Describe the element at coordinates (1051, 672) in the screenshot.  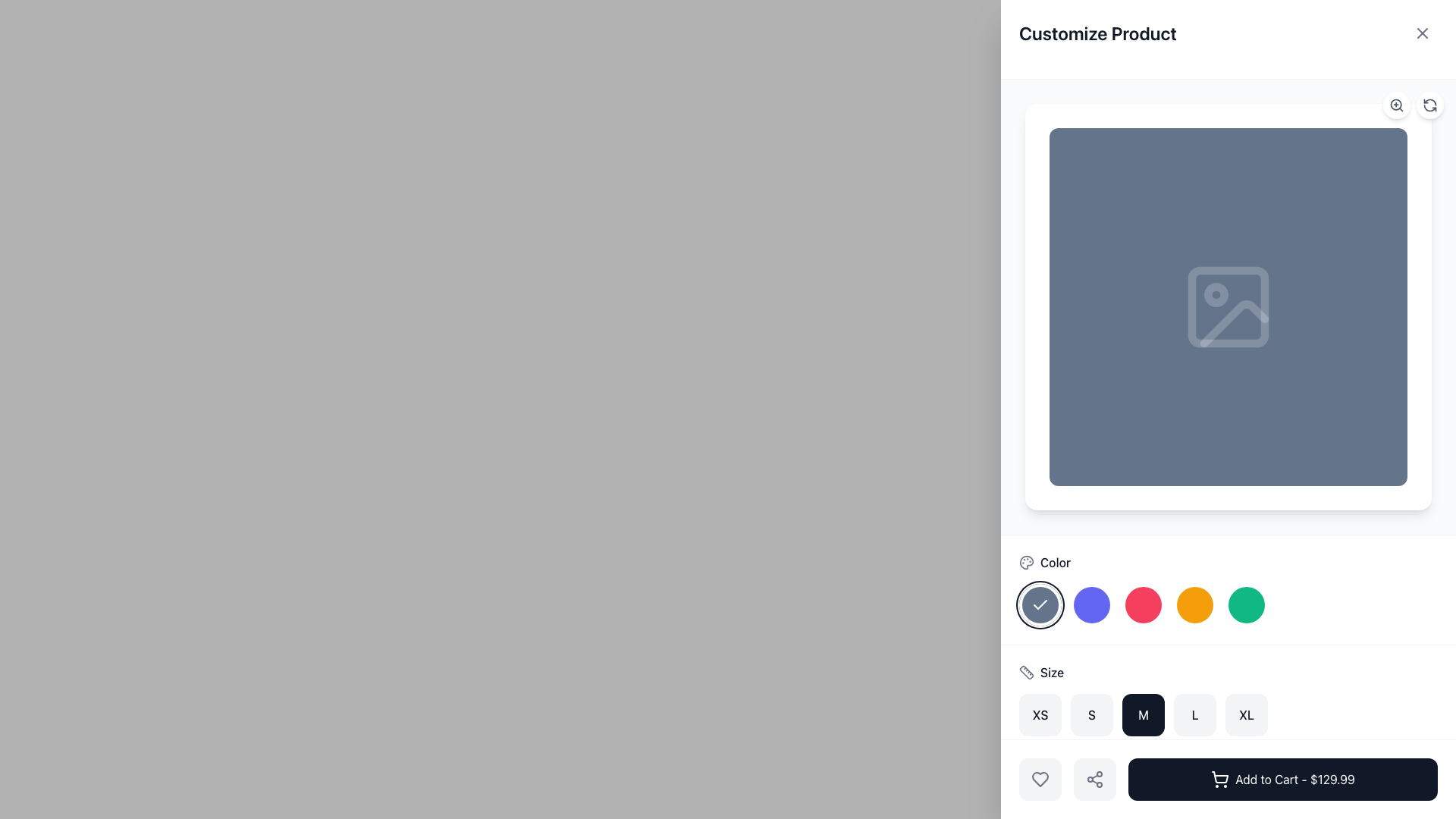
I see `the label indicating the purpose of the size selection section, located beneath the 'Color' selector and above the size buttons 'XS', 'S', 'M', 'L', and 'XL'` at that location.